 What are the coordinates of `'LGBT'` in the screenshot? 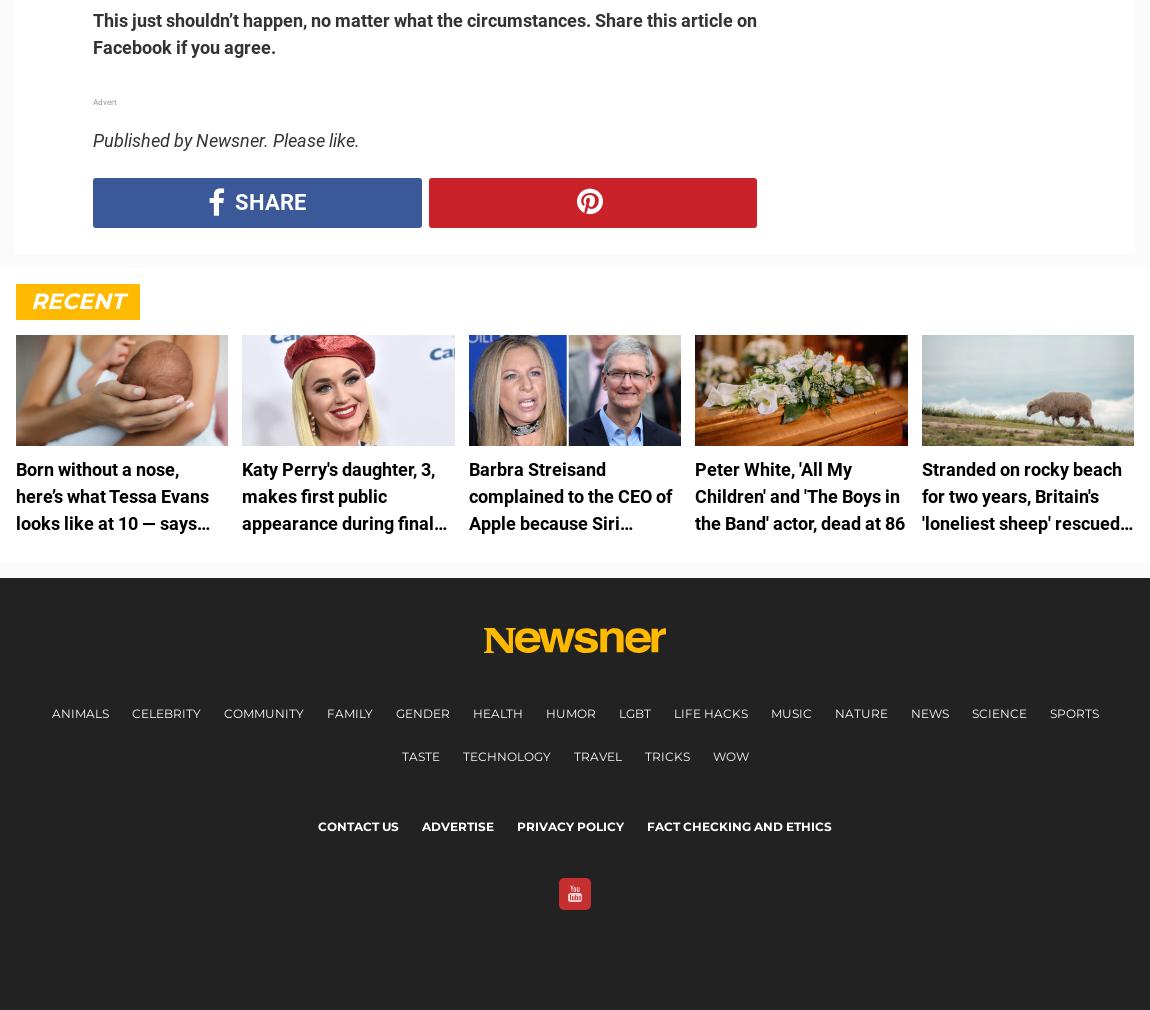 It's located at (632, 712).